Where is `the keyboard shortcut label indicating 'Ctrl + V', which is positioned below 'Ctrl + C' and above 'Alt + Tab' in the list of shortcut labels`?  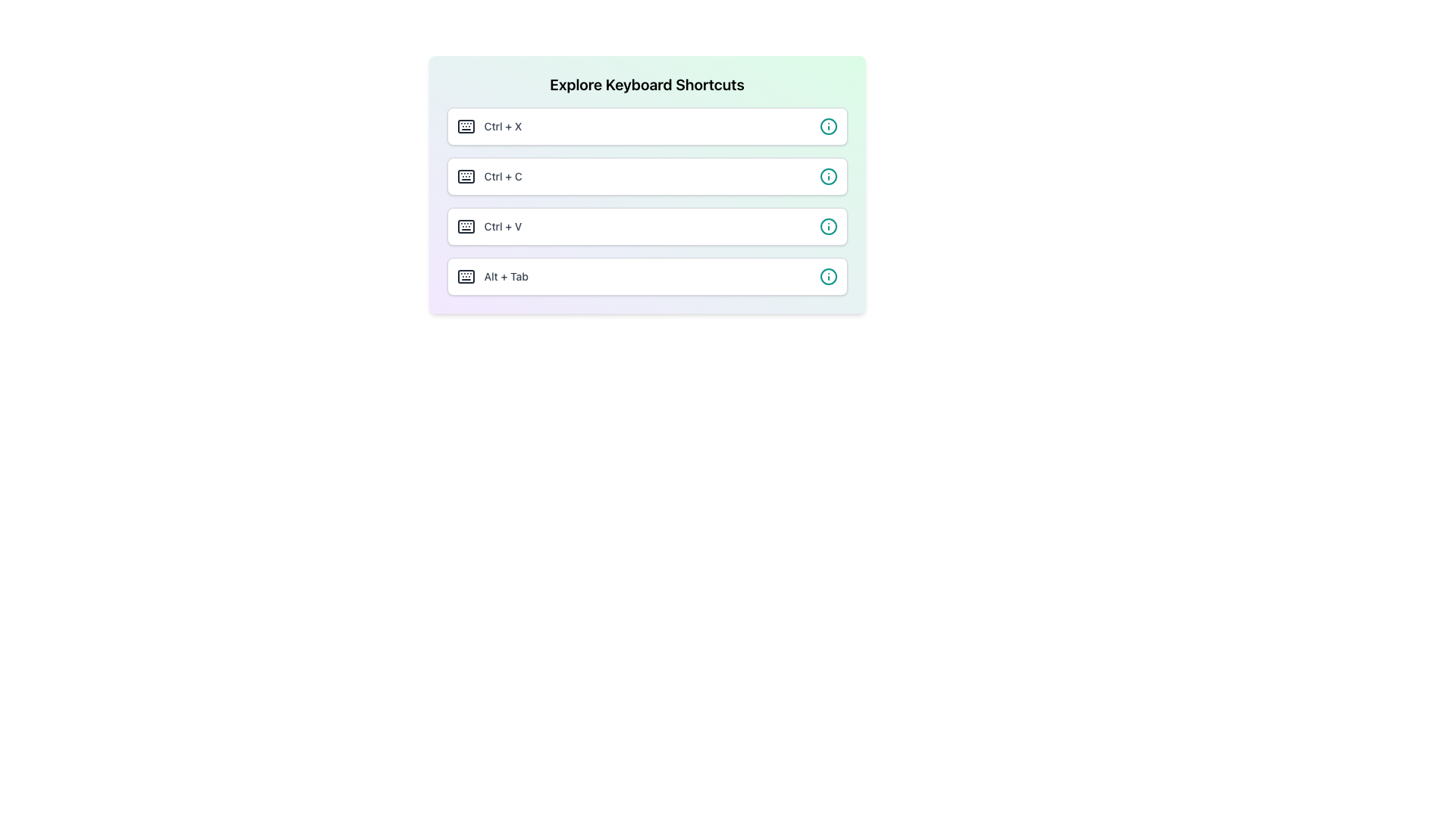 the keyboard shortcut label indicating 'Ctrl + V', which is positioned below 'Ctrl + C' and above 'Alt + Tab' in the list of shortcut labels is located at coordinates (503, 227).